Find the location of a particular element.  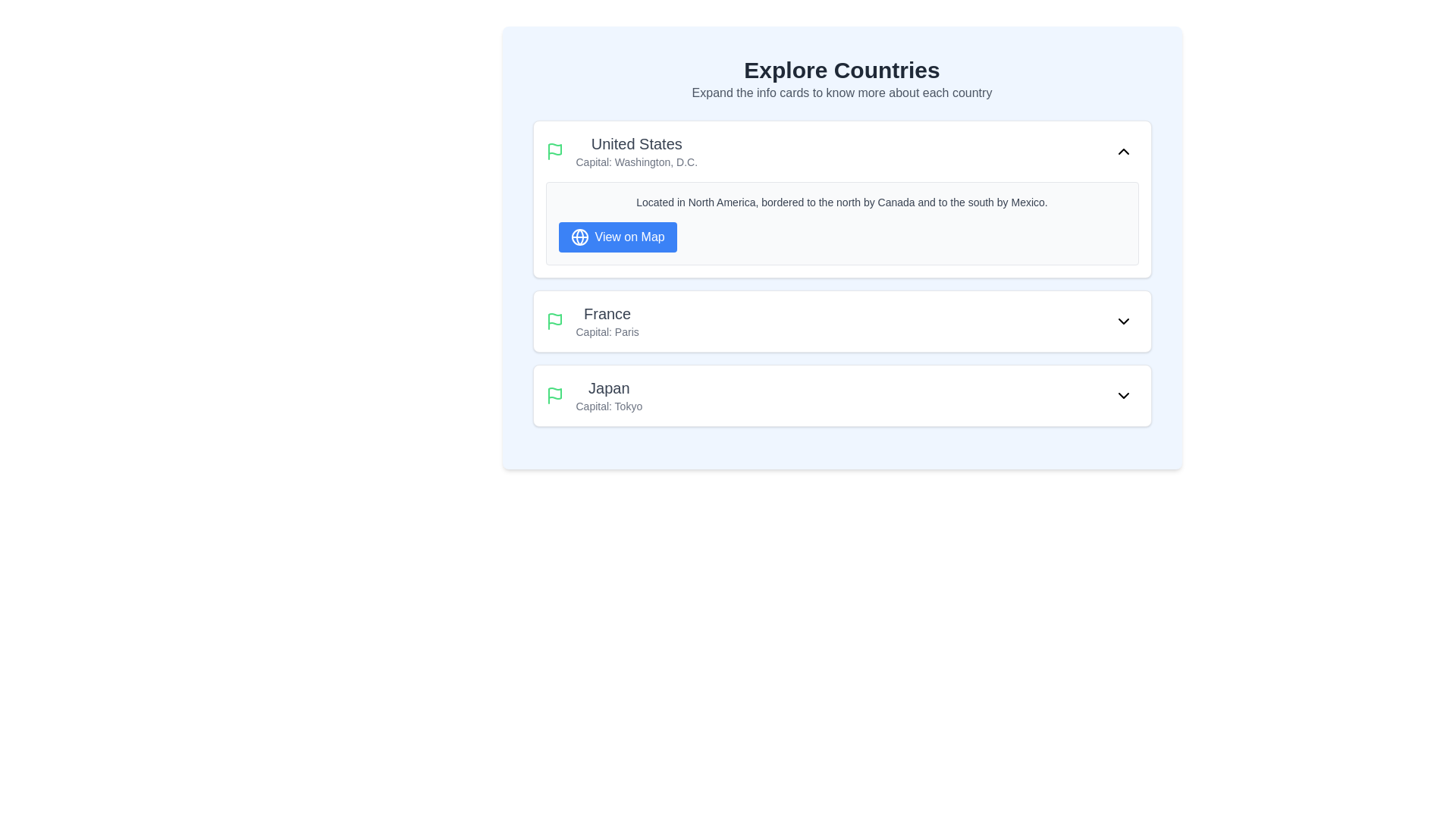

the Static text displaying 'Located in North America, bordered to the north by Canada and to the south by Mexico' which is located above the 'View on Map' button on the information card about the United States is located at coordinates (841, 201).